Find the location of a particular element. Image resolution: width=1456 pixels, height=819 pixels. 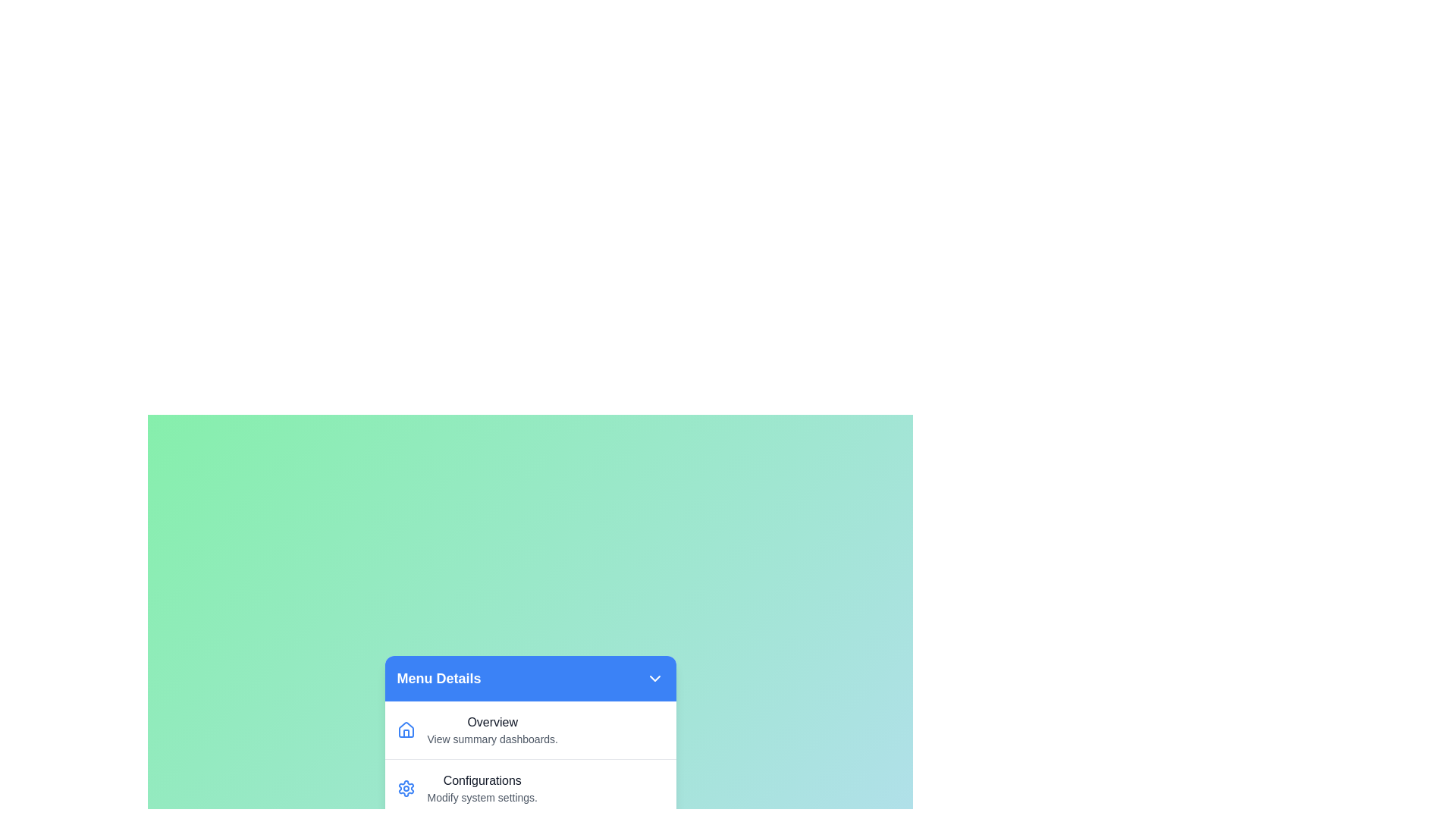

the toggle button at the top-right corner of the menu header to toggle the menu visibility is located at coordinates (654, 677).